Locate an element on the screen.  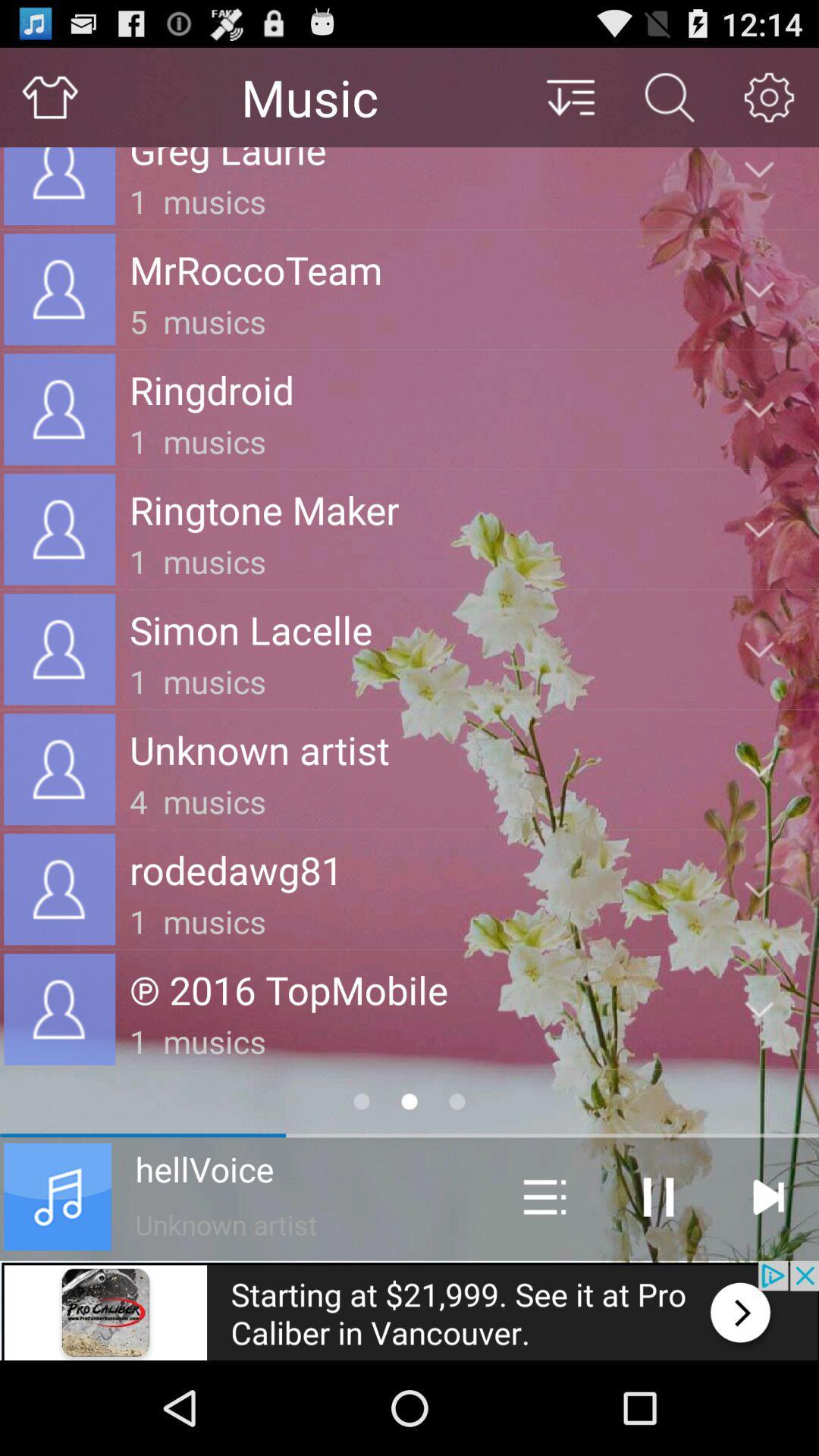
the home icon is located at coordinates (49, 103).